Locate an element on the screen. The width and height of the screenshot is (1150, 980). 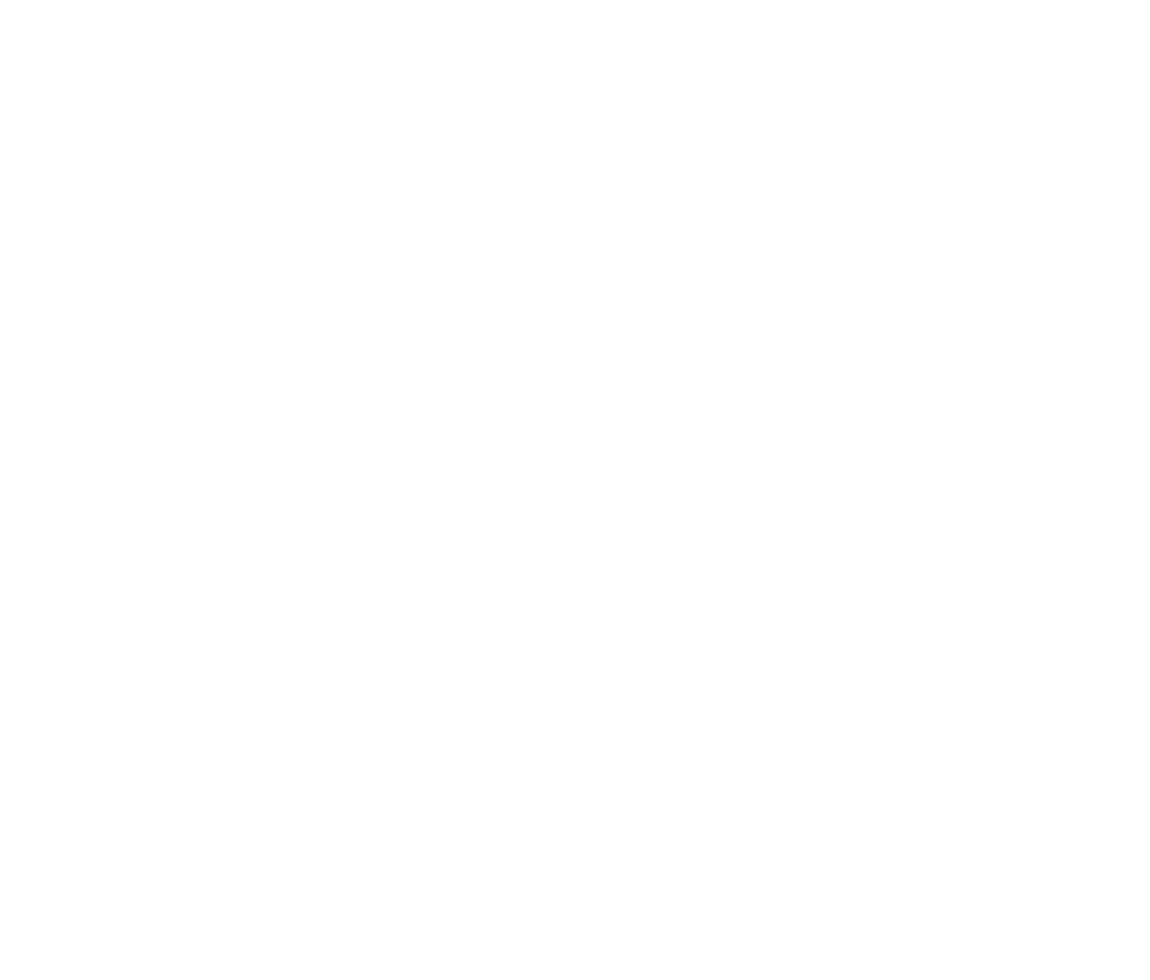
'HARMAN (' is located at coordinates (70, 239).